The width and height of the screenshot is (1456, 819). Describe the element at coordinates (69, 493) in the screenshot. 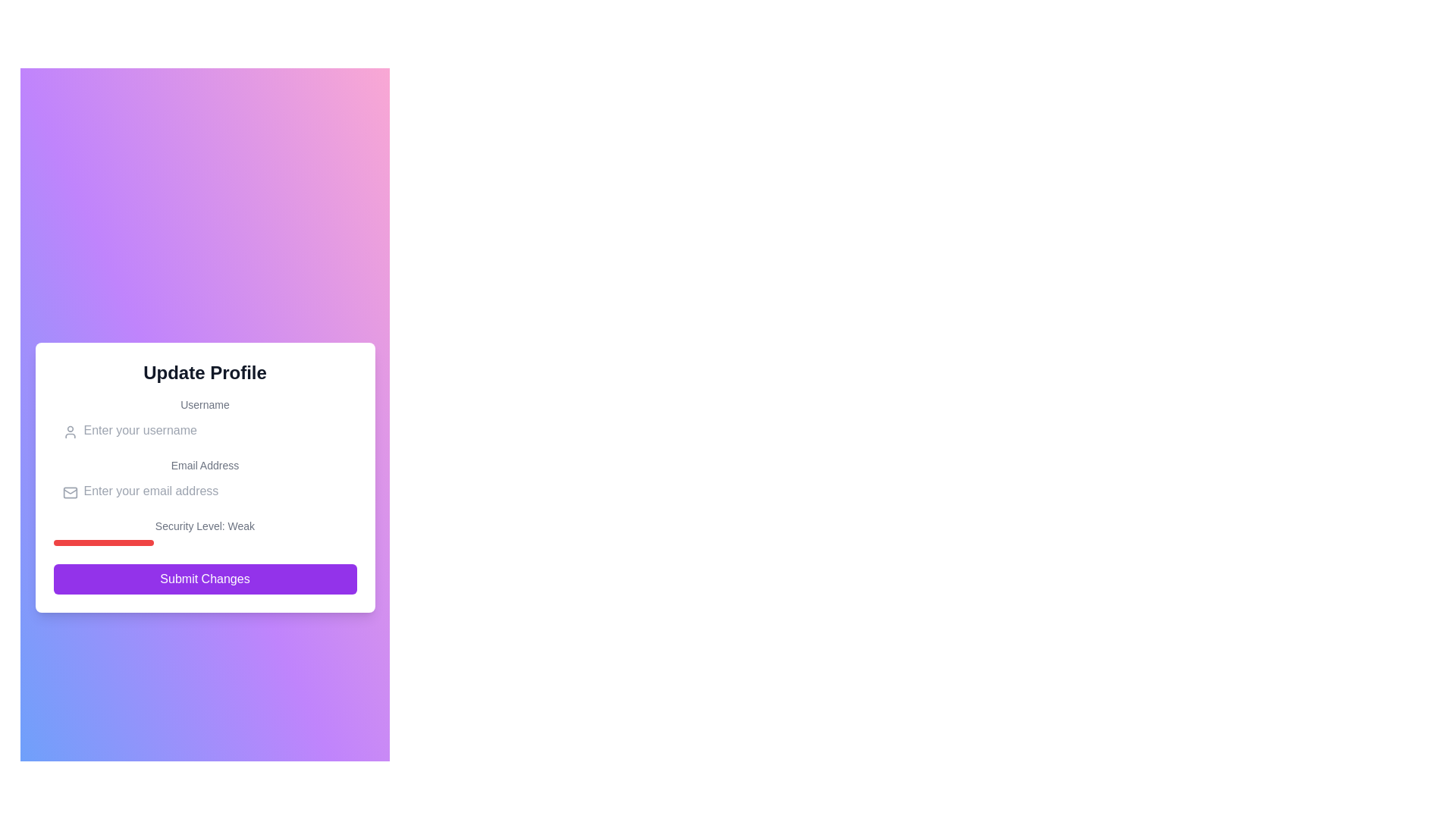

I see `the email icon resembling an envelope shape, located to the left of the 'Enter your email address' input field in the 'Update Profile' form` at that location.